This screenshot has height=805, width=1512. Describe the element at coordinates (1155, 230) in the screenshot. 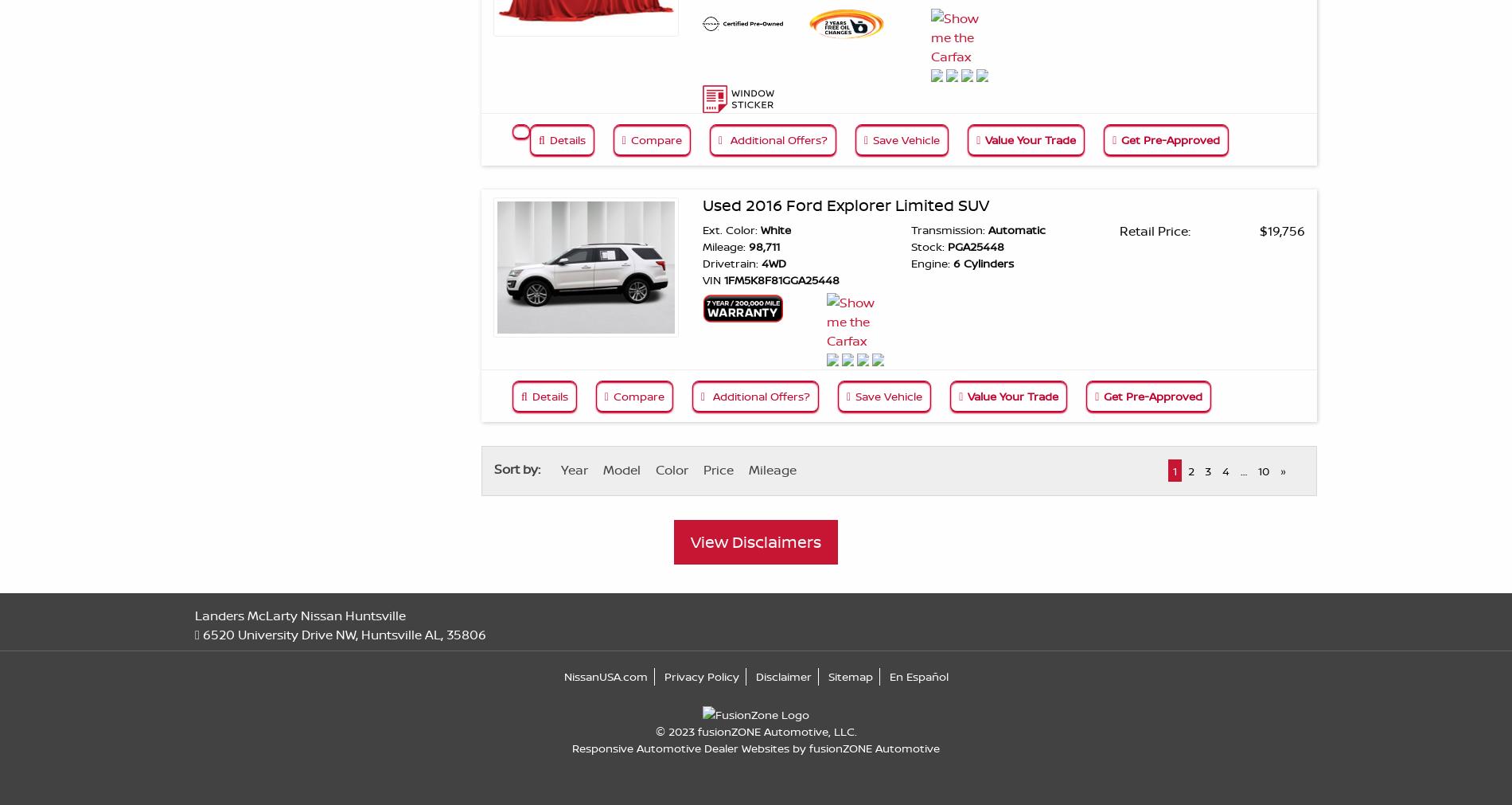

I see `'Retail Price:'` at that location.